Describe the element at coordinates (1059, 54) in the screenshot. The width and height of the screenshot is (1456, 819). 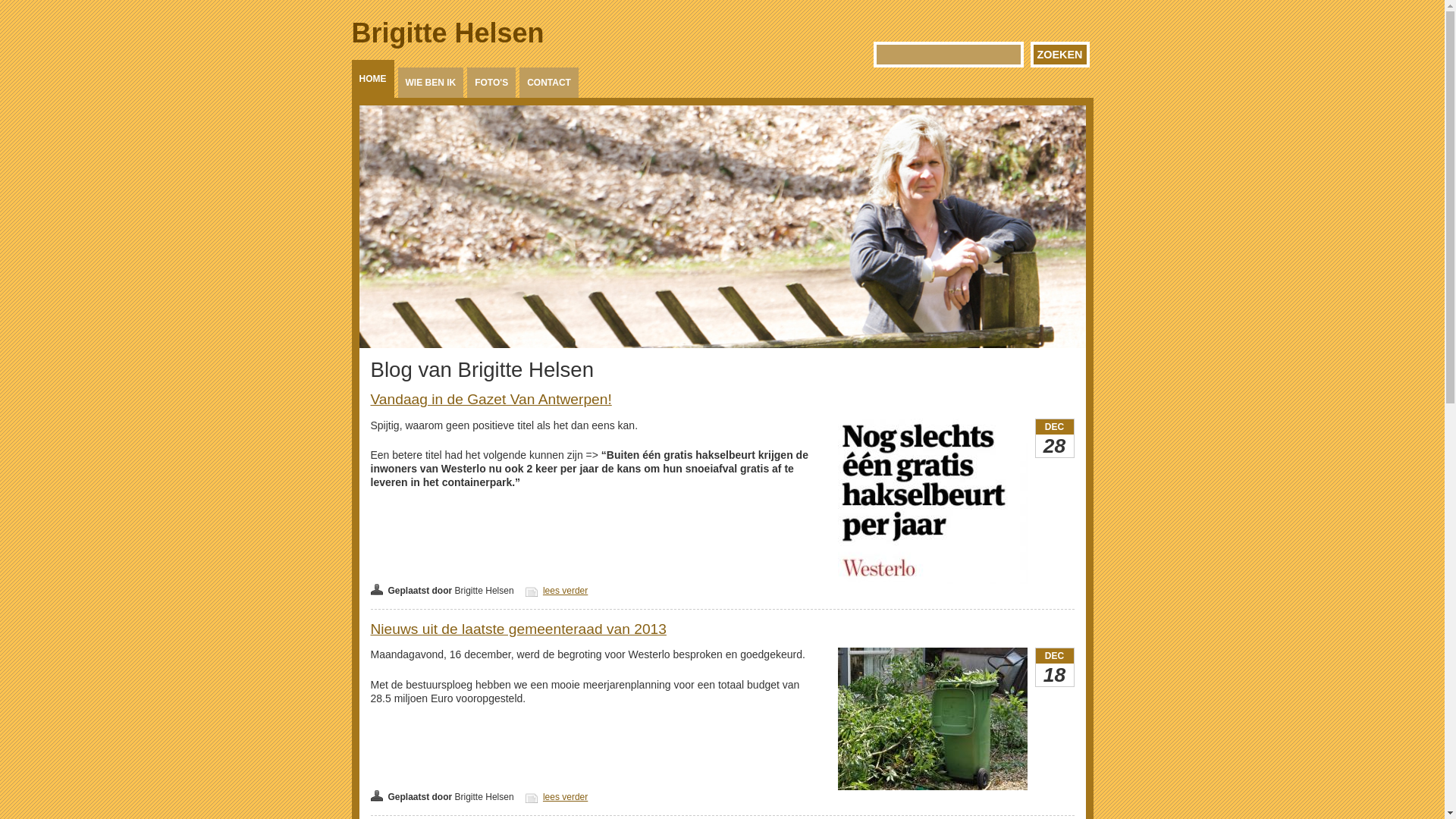
I see `'Zoeken'` at that location.